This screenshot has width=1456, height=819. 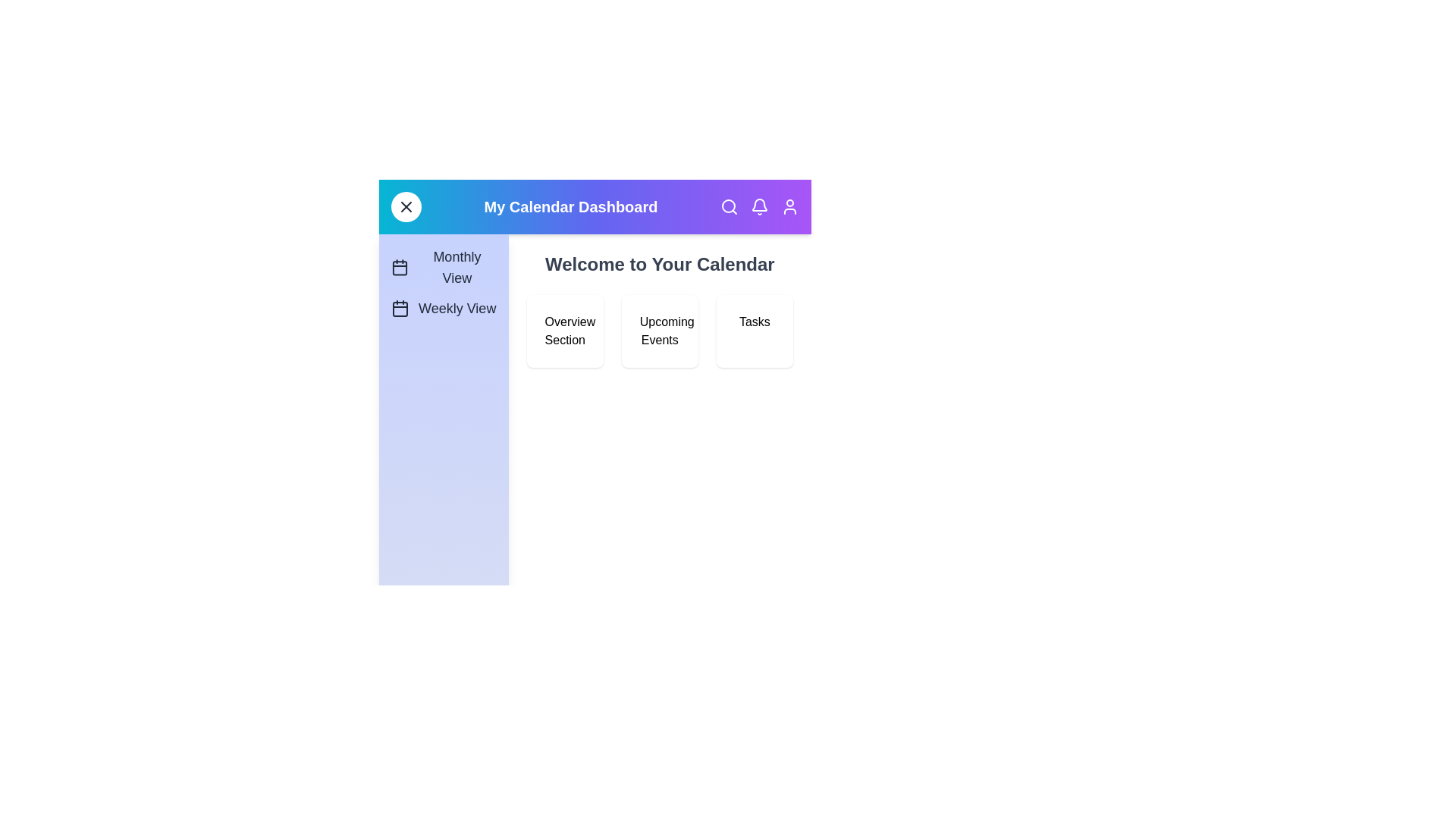 I want to click on the 'Tasks' card, which is the third card in a row of three, so click(x=755, y=330).